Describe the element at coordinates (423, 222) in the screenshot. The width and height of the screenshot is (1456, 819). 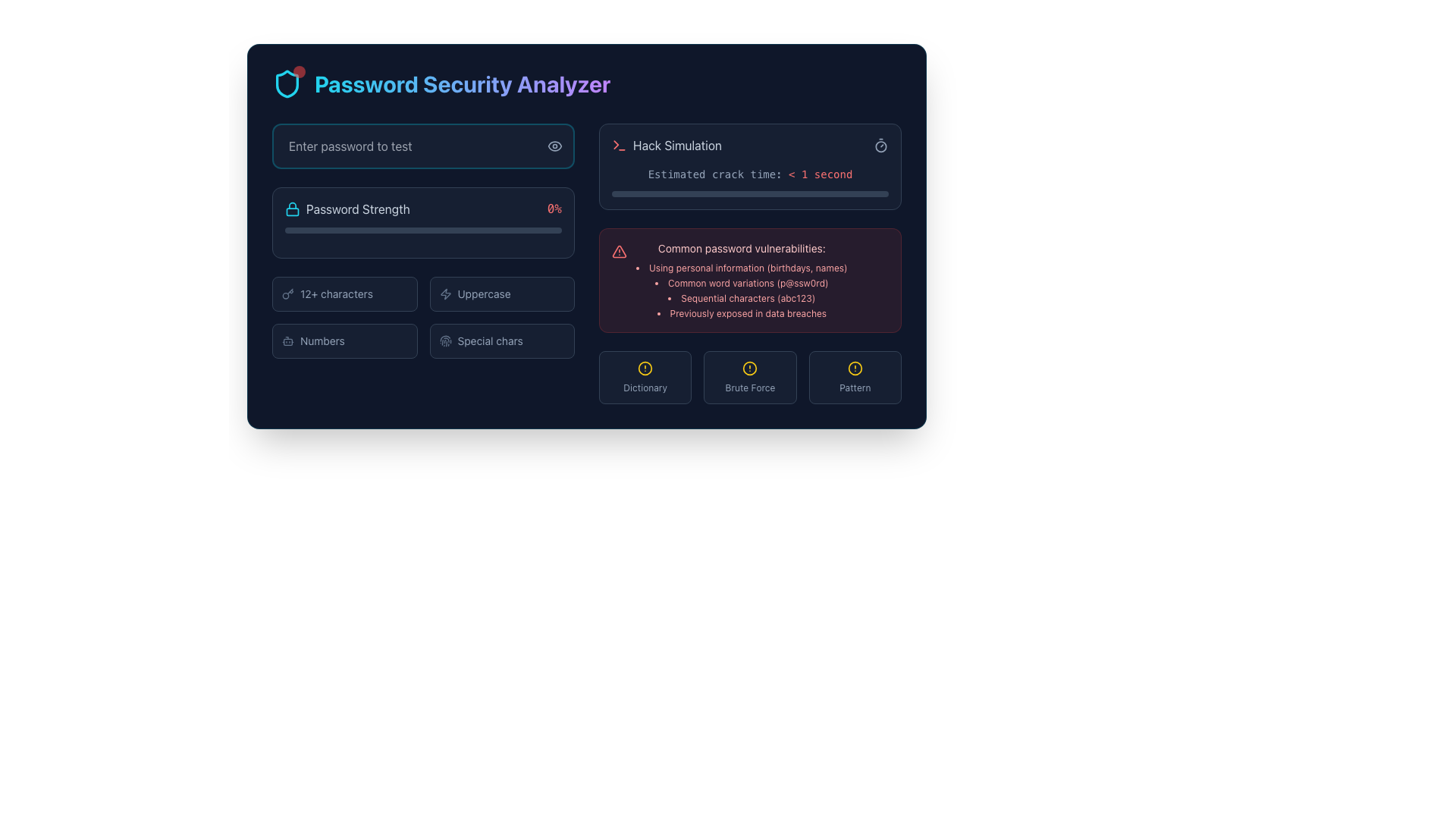
I see `the Password strength indicator, which is a rectangular box with a dark background, rounded corners, and a lock icon followed by the text 'Password Strength' and '0%' on the right, located below the password input field` at that location.